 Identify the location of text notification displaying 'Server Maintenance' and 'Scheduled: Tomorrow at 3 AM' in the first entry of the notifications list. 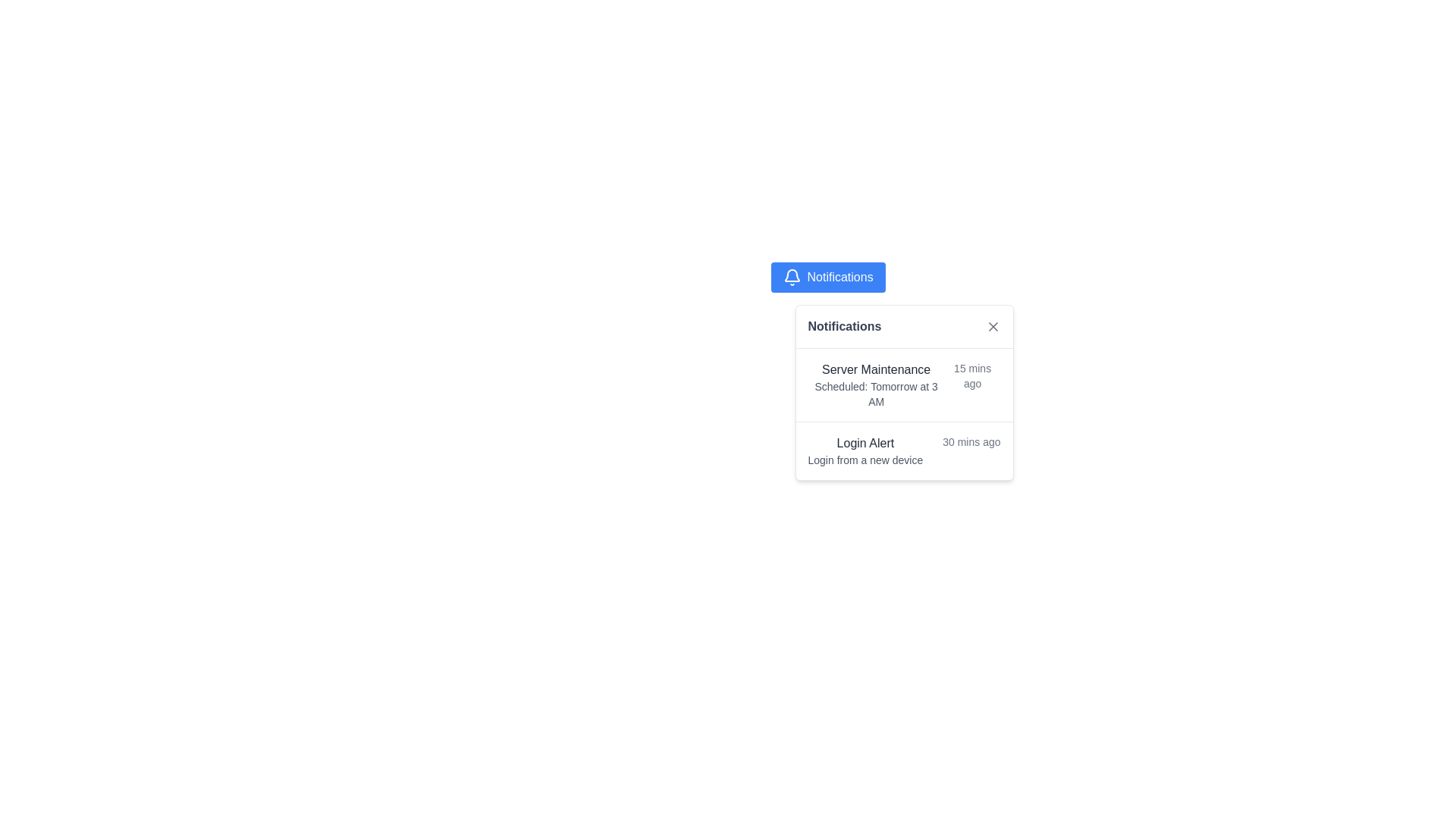
(876, 384).